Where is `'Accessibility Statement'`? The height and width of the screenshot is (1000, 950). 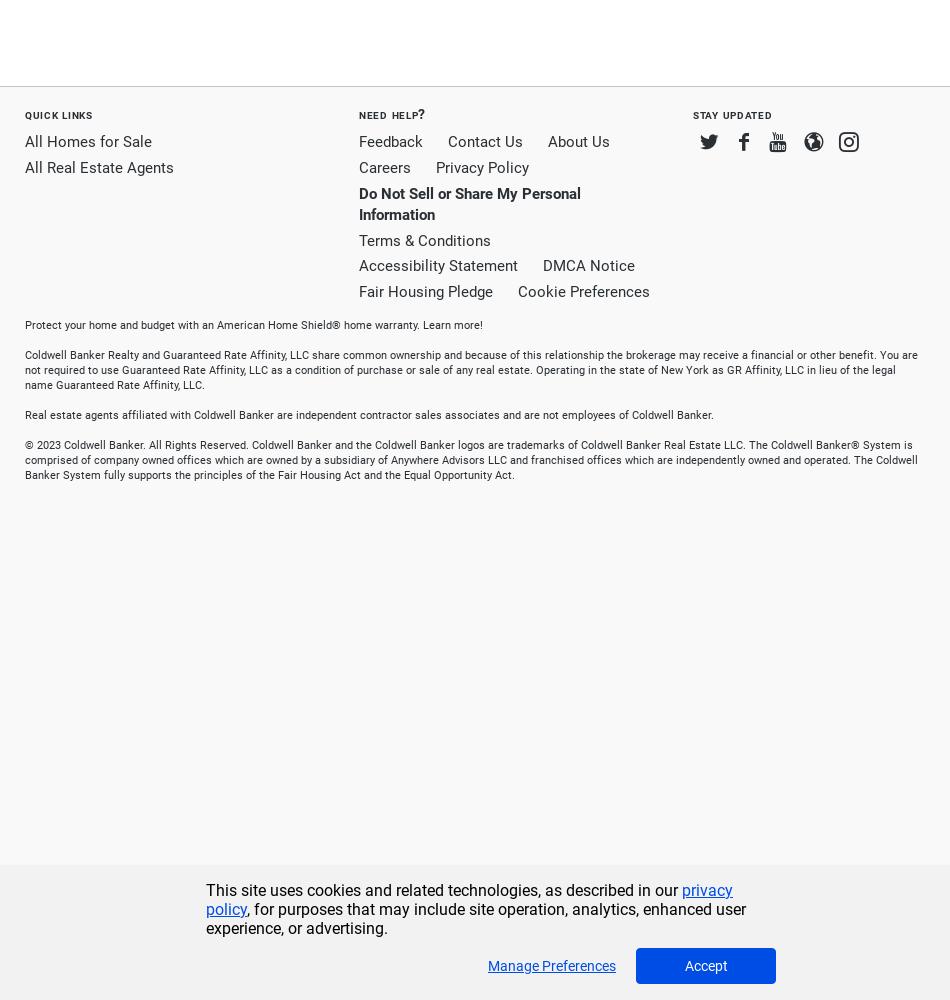
'Accessibility Statement' is located at coordinates (437, 266).